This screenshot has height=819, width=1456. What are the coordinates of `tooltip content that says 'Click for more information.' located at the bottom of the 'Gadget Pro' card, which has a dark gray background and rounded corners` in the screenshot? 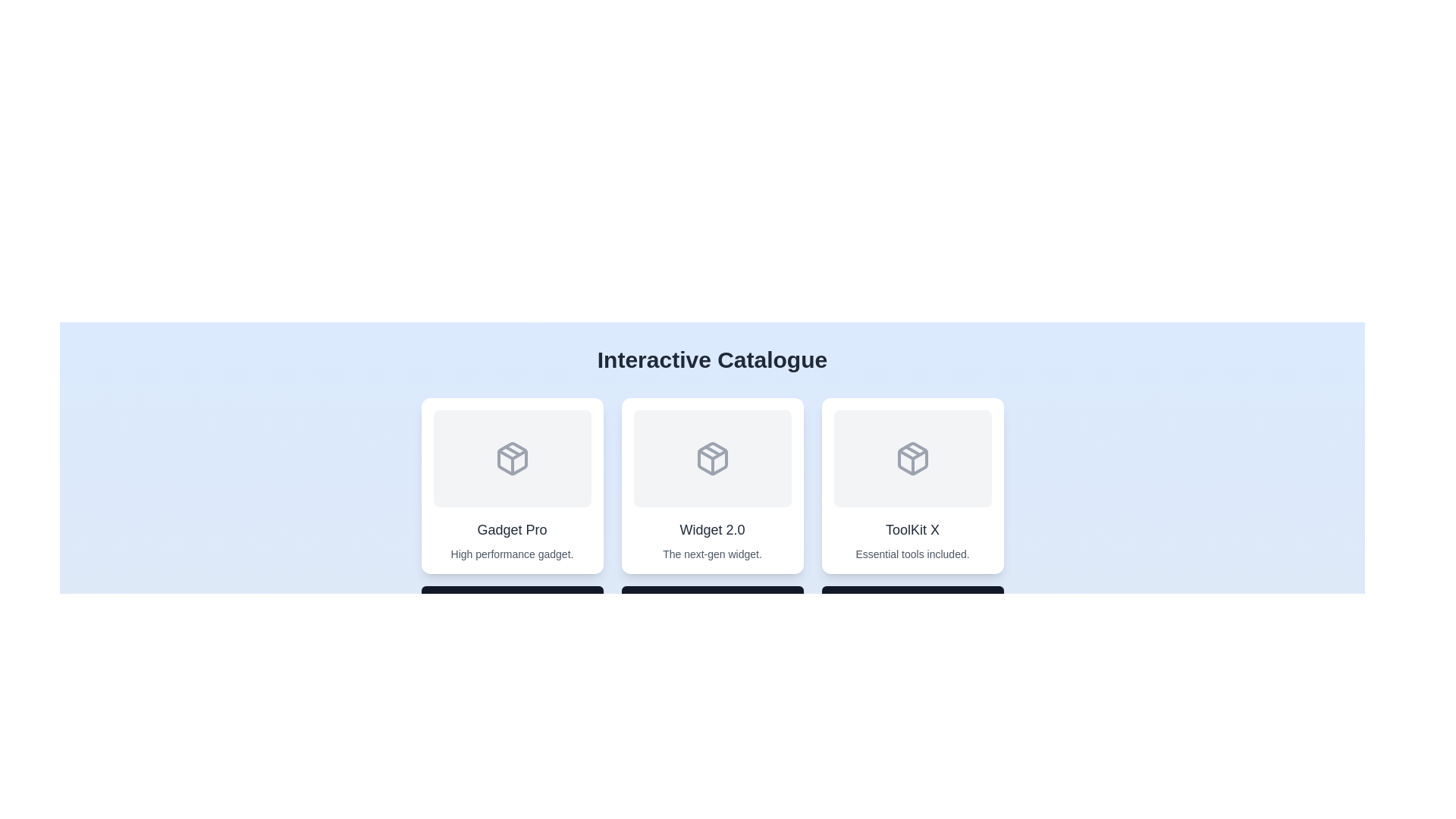 It's located at (512, 598).